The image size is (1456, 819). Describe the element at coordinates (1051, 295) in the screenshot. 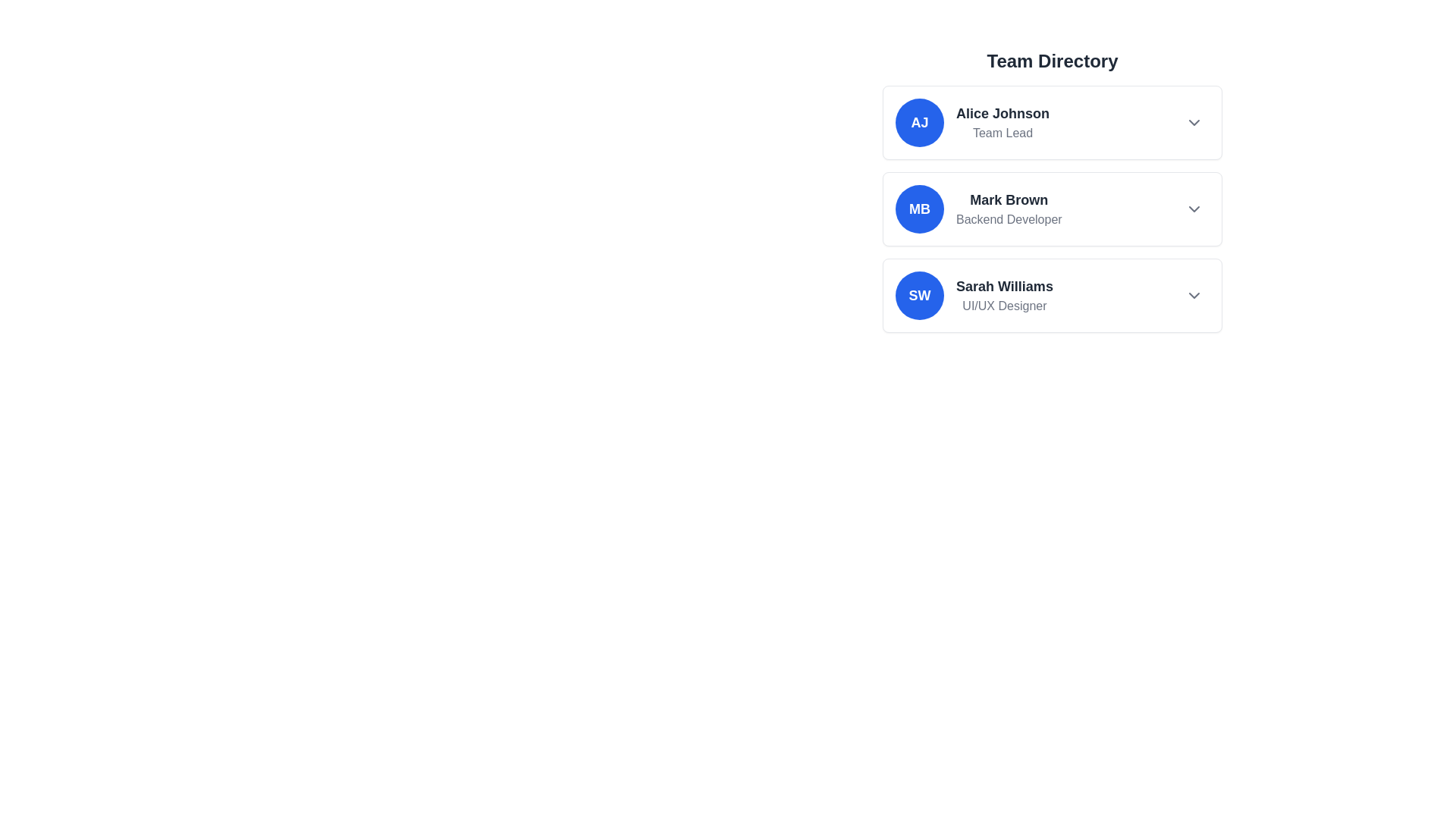

I see `the Interactive profile card summarizing information about a team member, located in the 'Team Directory' section, directly below 'Mark Brown'` at that location.